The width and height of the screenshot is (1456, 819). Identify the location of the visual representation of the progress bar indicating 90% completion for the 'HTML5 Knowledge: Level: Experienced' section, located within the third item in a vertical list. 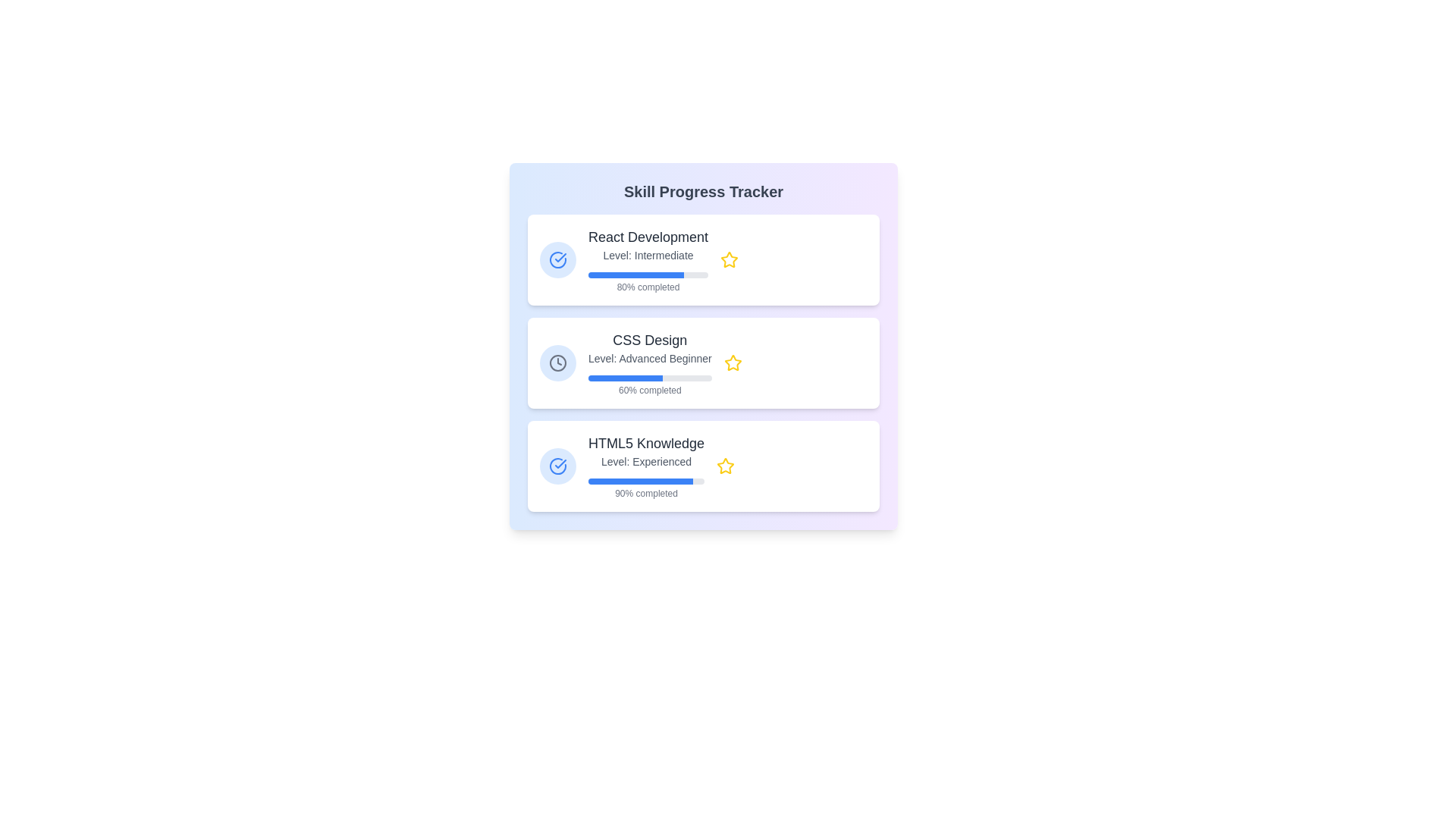
(646, 482).